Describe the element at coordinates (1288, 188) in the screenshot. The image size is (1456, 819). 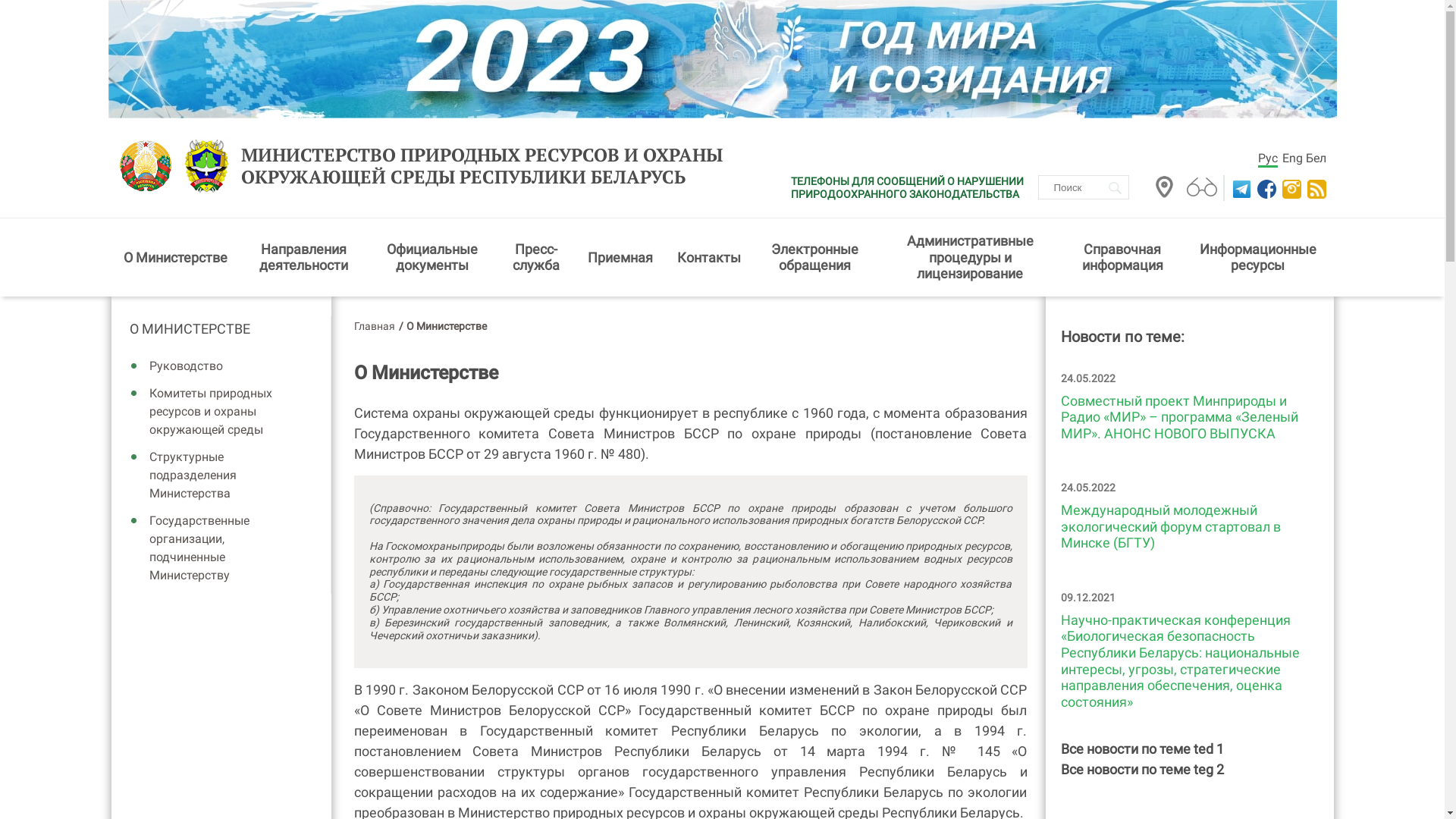
I see `'Instagram'` at that location.